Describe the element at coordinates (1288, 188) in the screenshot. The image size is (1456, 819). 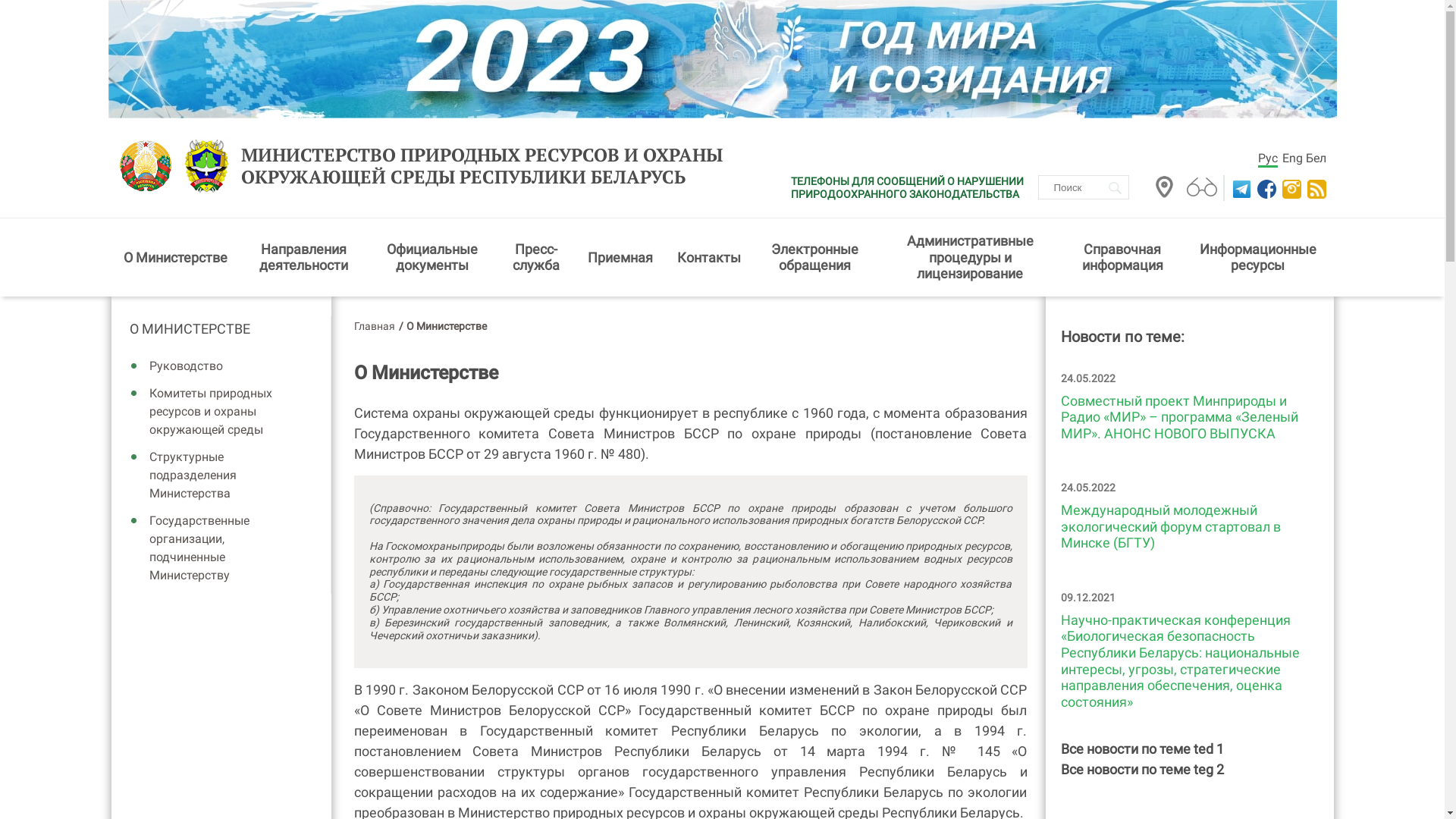
I see `'Instagram'` at that location.